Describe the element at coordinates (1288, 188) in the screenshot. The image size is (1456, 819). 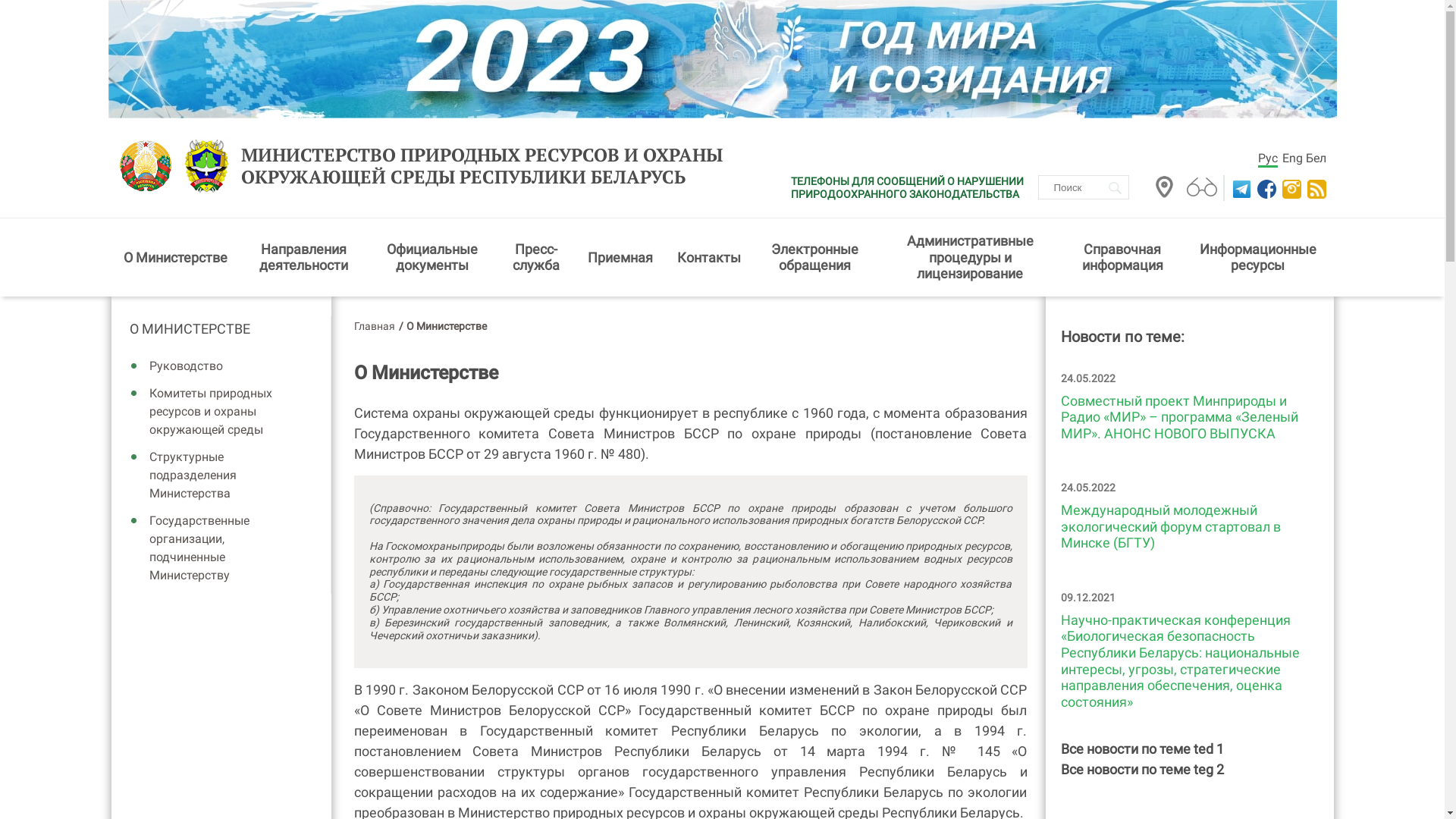
I see `'Instagram'` at that location.